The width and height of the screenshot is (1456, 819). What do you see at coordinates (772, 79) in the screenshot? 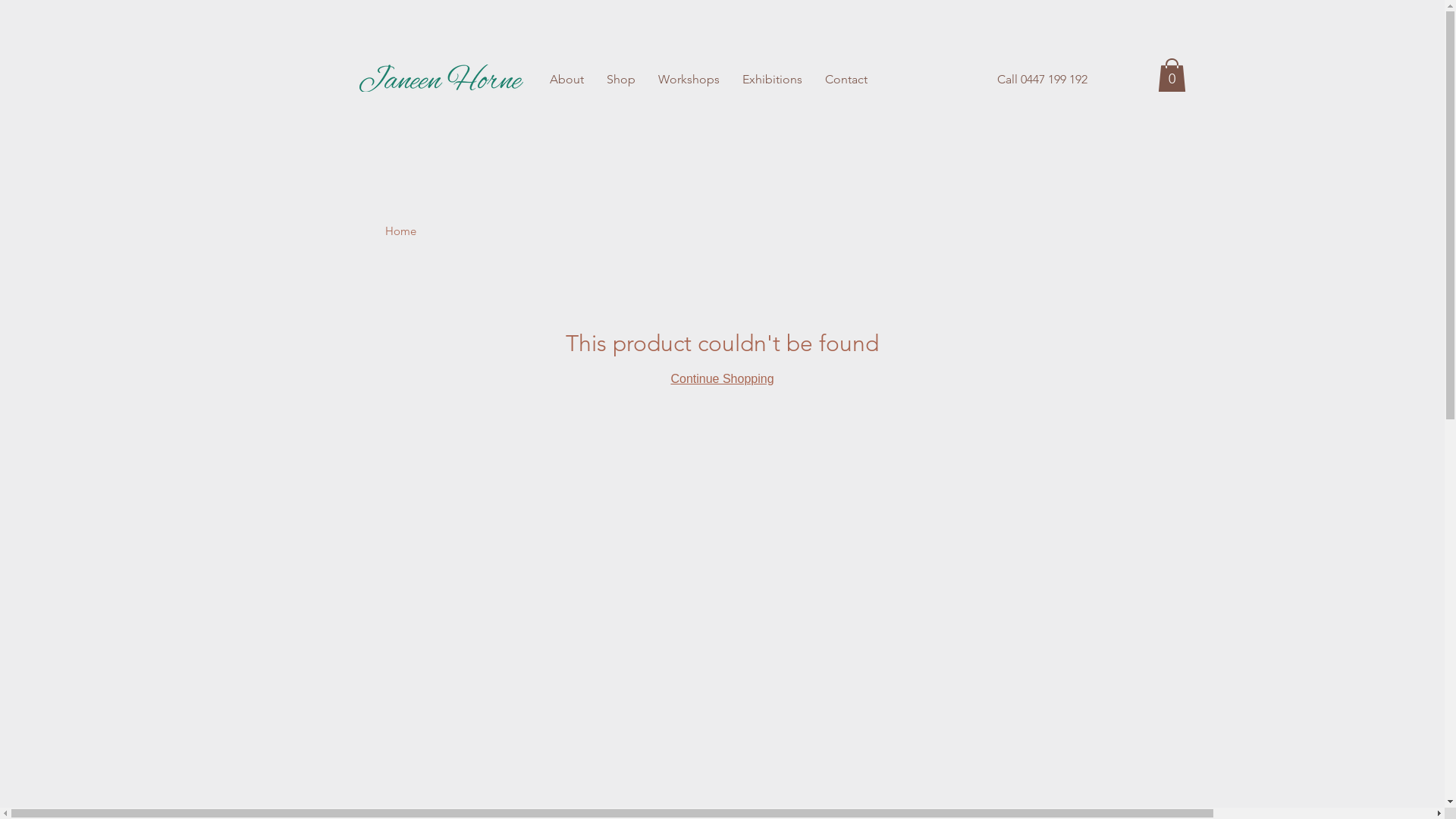
I see `'Exhibitions'` at bounding box center [772, 79].